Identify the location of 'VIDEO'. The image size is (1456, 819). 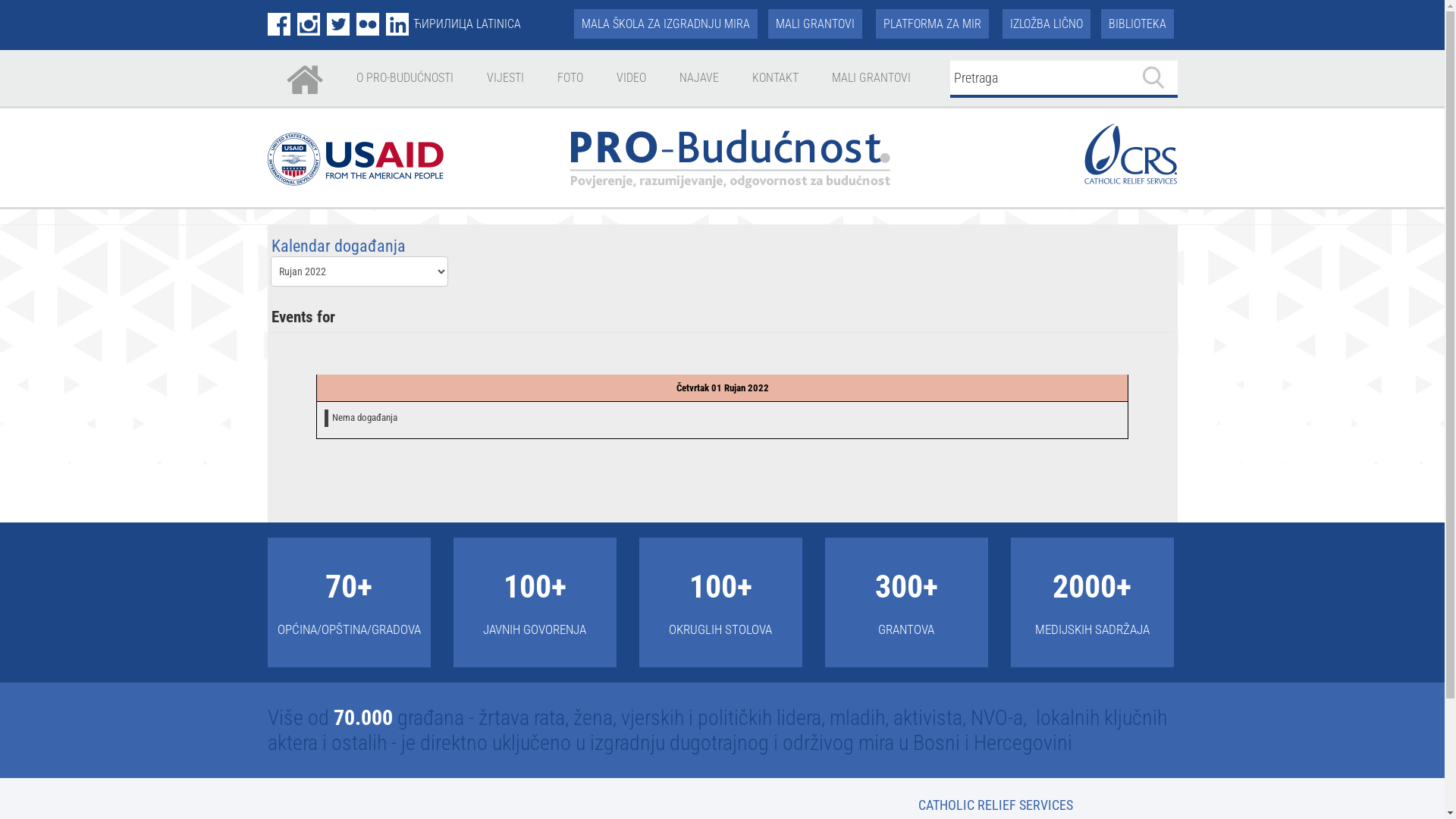
(631, 78).